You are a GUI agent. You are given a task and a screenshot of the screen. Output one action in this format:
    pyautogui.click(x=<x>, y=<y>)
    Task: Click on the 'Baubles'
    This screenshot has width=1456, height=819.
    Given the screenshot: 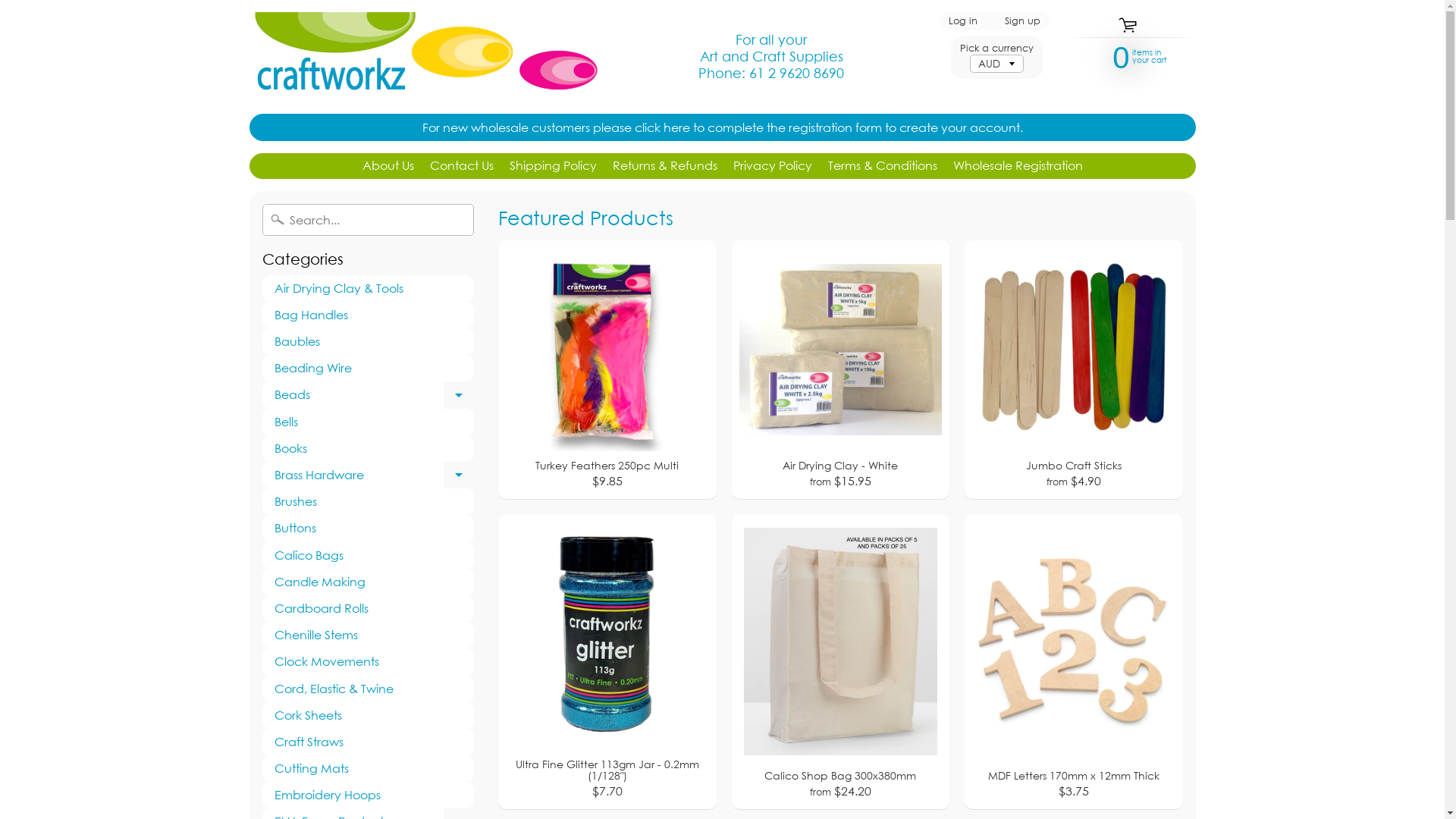 What is the action you would take?
    pyautogui.click(x=368, y=341)
    